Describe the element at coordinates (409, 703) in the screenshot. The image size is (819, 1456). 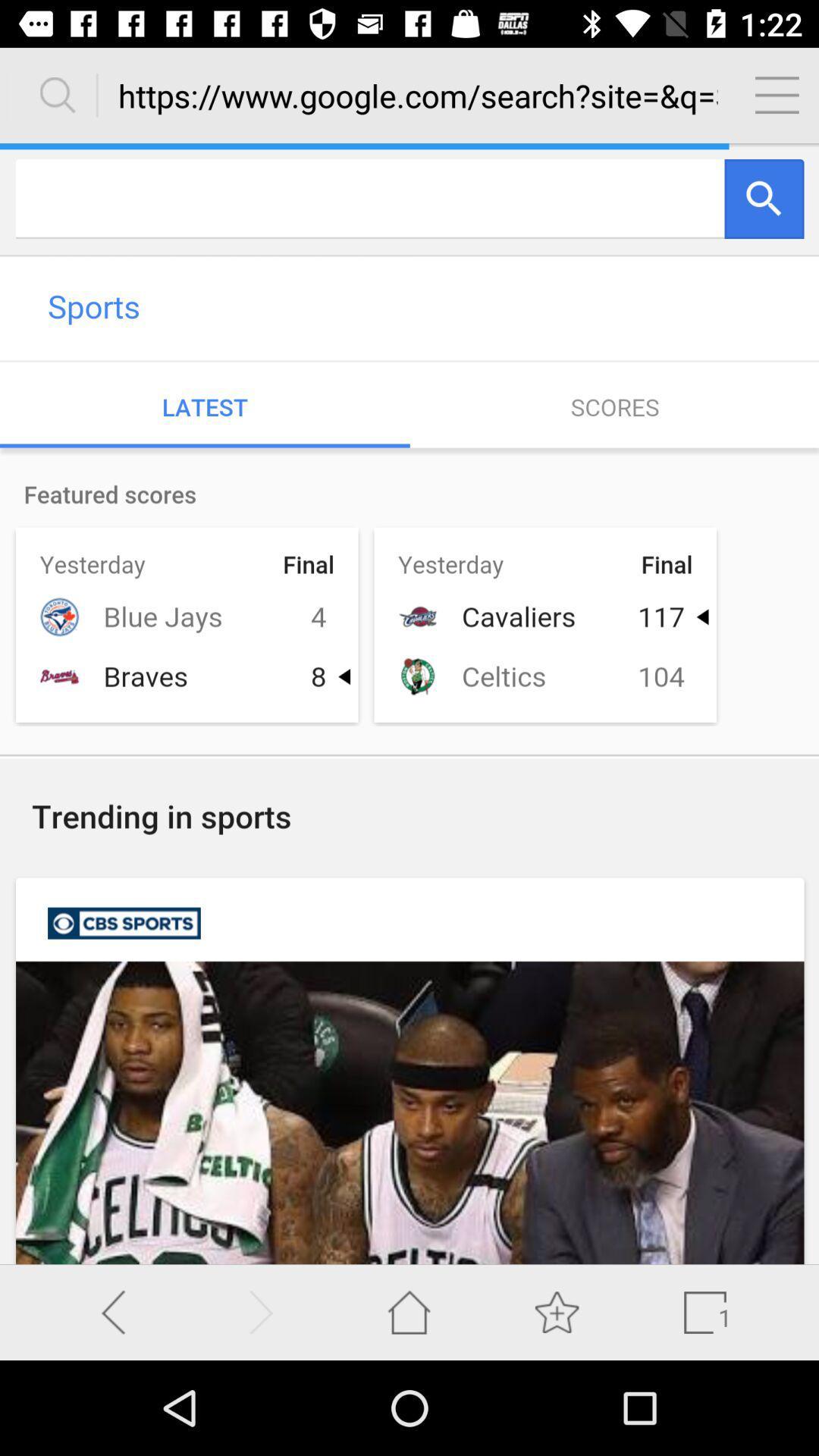
I see `advertisement page` at that location.